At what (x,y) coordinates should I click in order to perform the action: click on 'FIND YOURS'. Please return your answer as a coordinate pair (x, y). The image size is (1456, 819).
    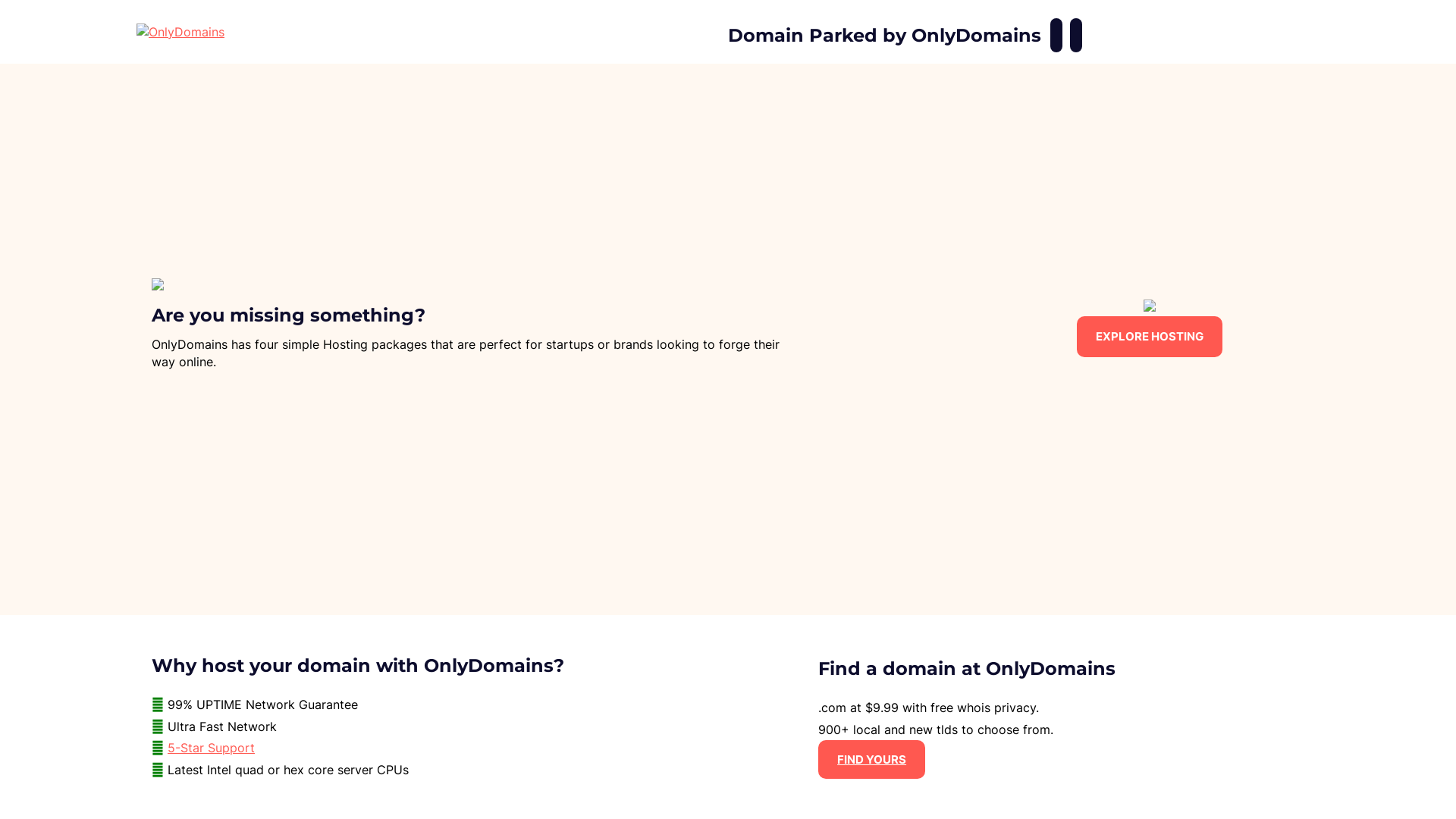
    Looking at the image, I should click on (871, 759).